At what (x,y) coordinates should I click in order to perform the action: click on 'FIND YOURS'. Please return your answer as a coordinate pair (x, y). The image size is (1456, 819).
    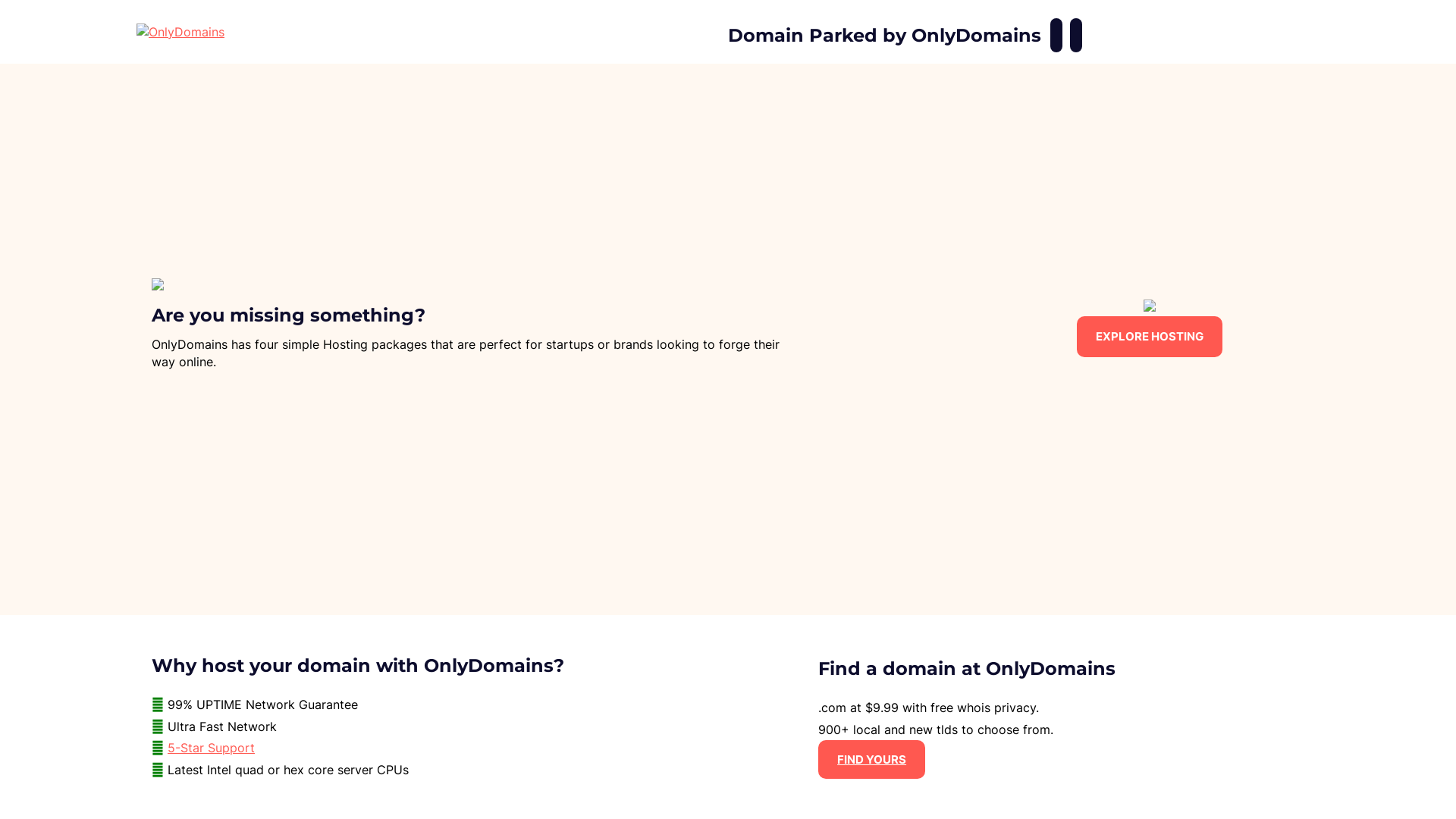
    Looking at the image, I should click on (871, 759).